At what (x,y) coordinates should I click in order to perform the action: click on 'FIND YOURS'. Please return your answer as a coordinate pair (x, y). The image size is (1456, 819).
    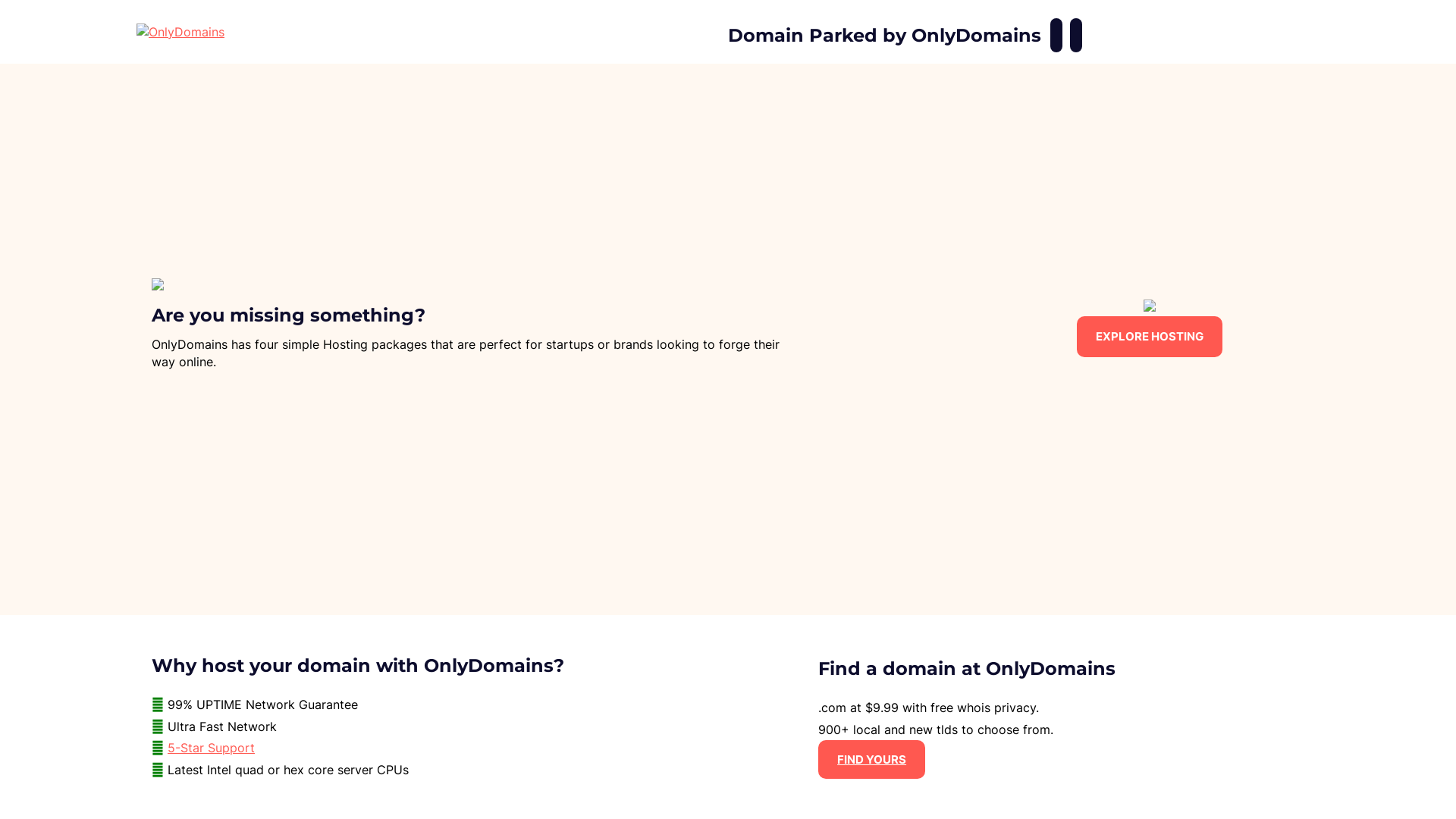
    Looking at the image, I should click on (871, 759).